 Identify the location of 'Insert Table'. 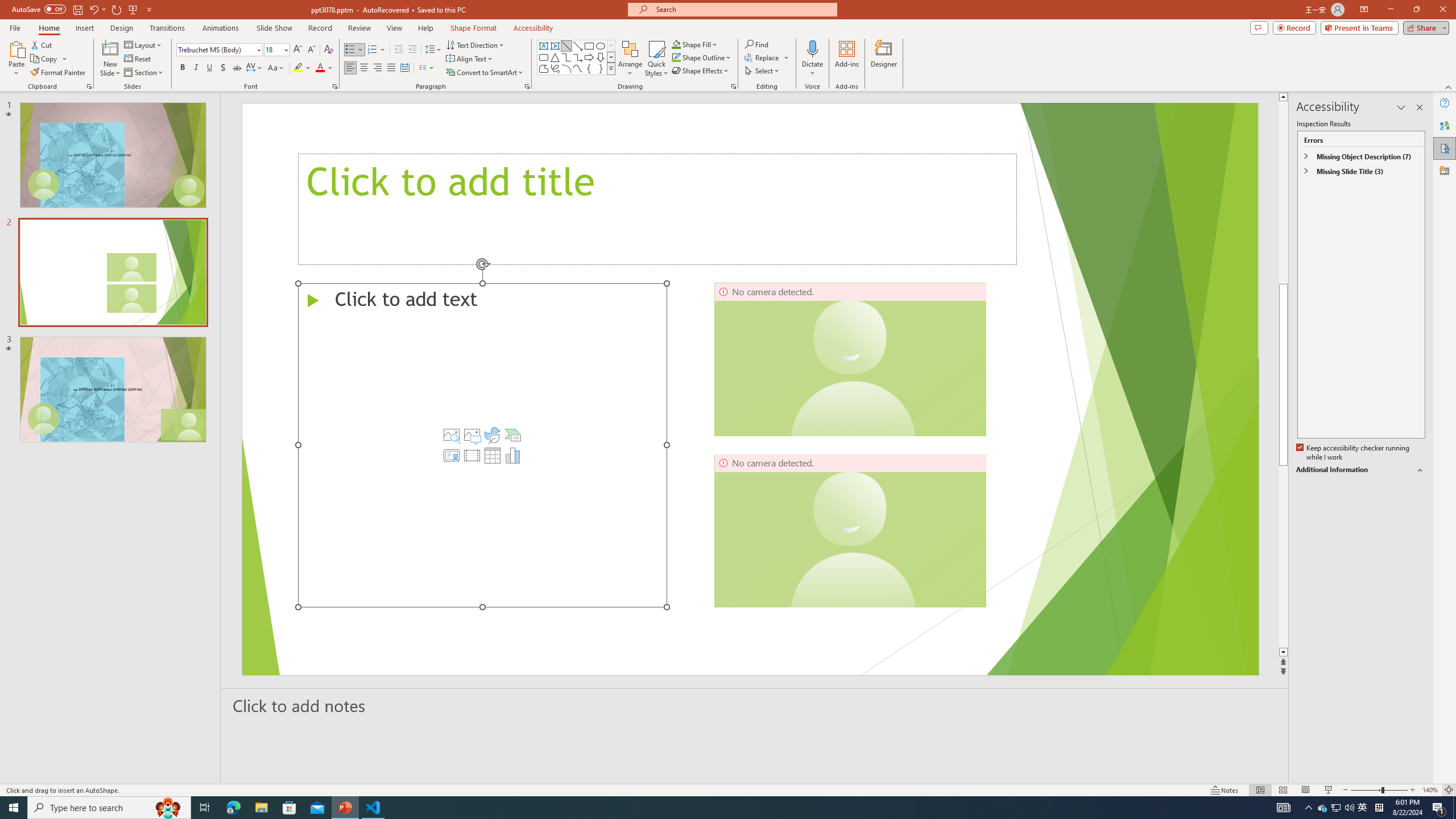
(492, 455).